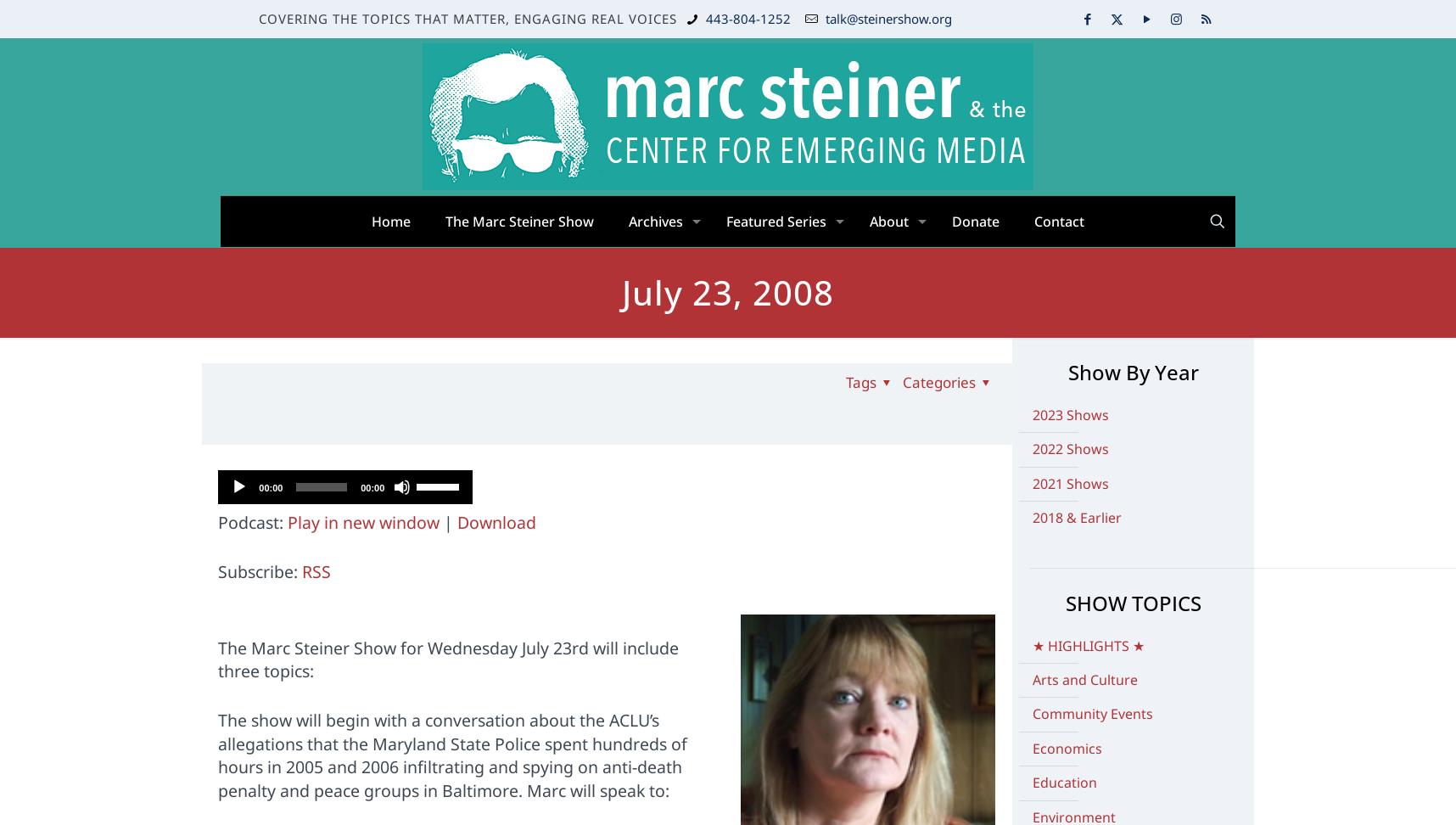 The height and width of the screenshot is (825, 1456). What do you see at coordinates (1069, 448) in the screenshot?
I see `'2022 Shows'` at bounding box center [1069, 448].